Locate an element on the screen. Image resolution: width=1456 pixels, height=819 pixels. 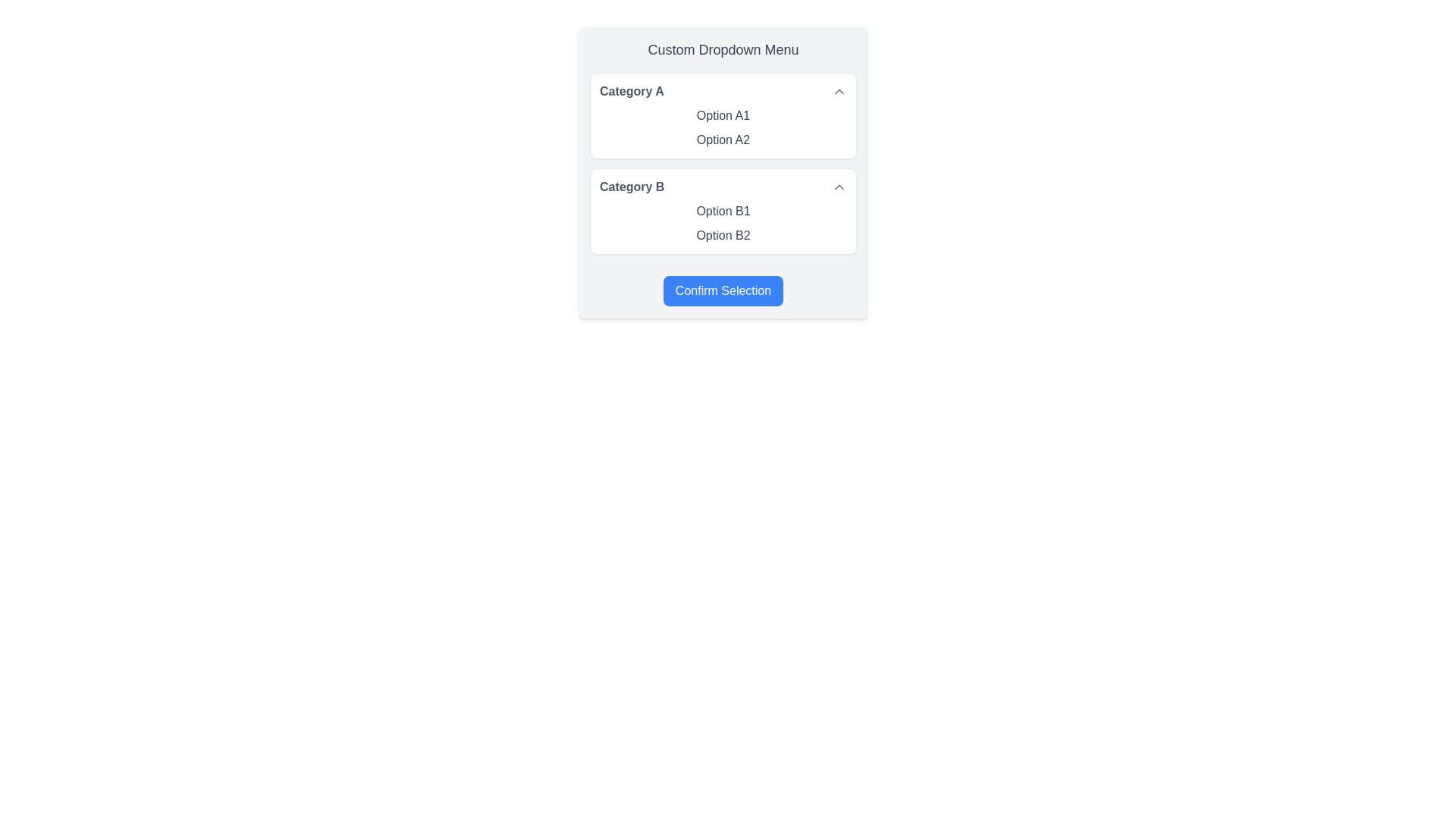
the text label displaying 'Option A2' in the 'Category A' dropdown list to change its shade is located at coordinates (723, 140).